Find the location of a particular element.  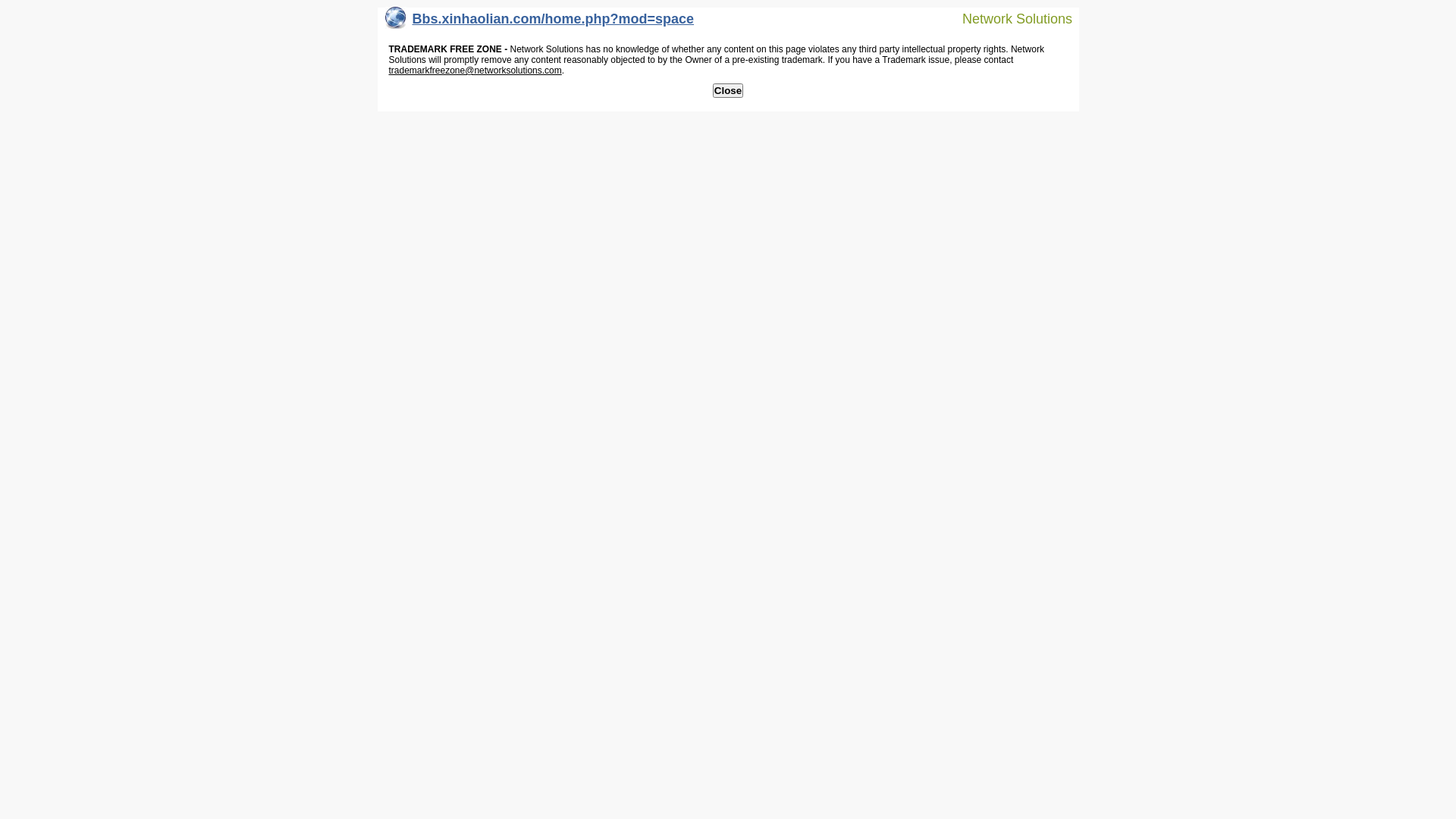

'Close' is located at coordinates (728, 90).